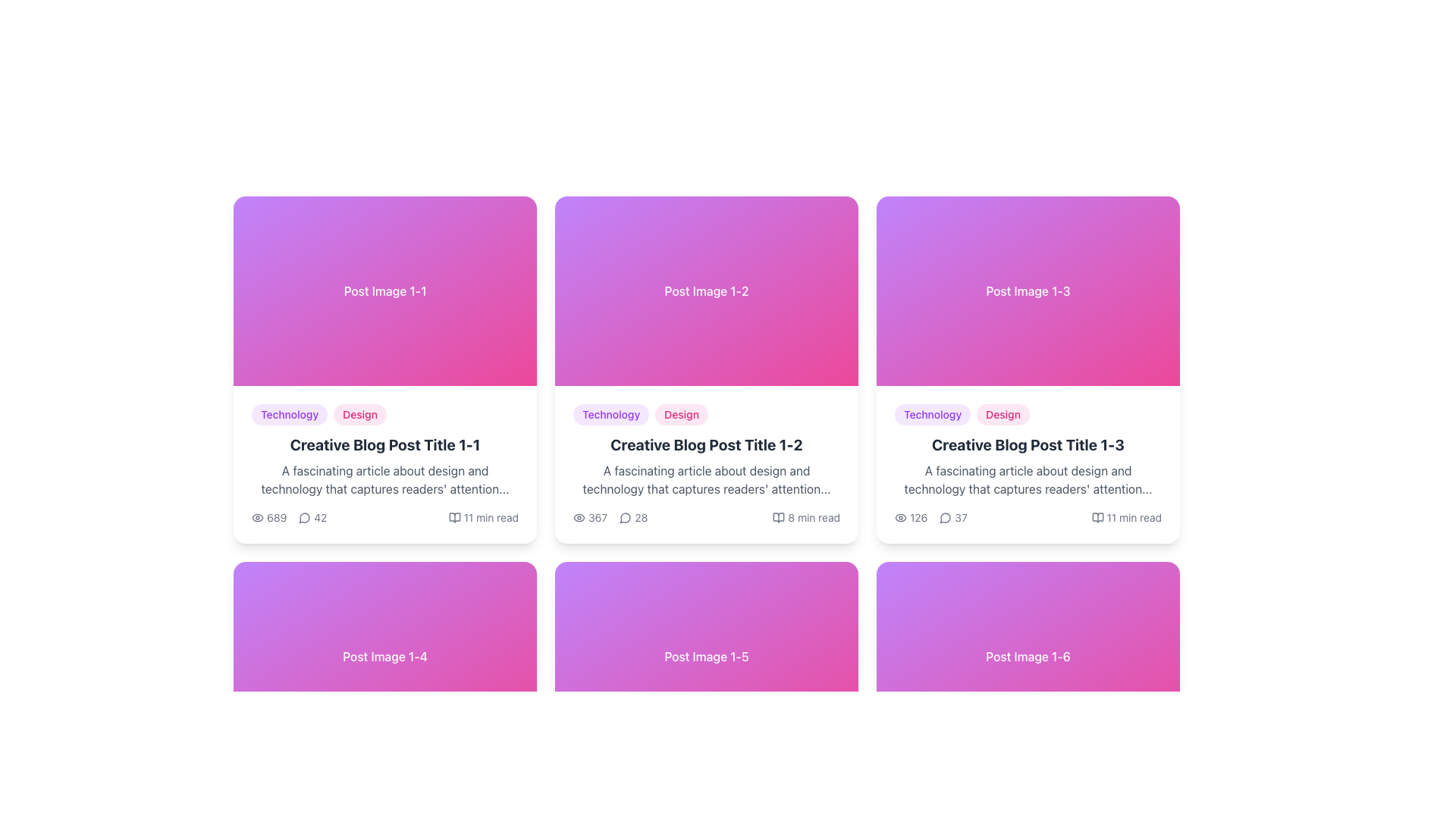  Describe the element at coordinates (805, 516) in the screenshot. I see `the '8 min read' indicator in the bottom-right metadata section of the second card in the top row` at that location.